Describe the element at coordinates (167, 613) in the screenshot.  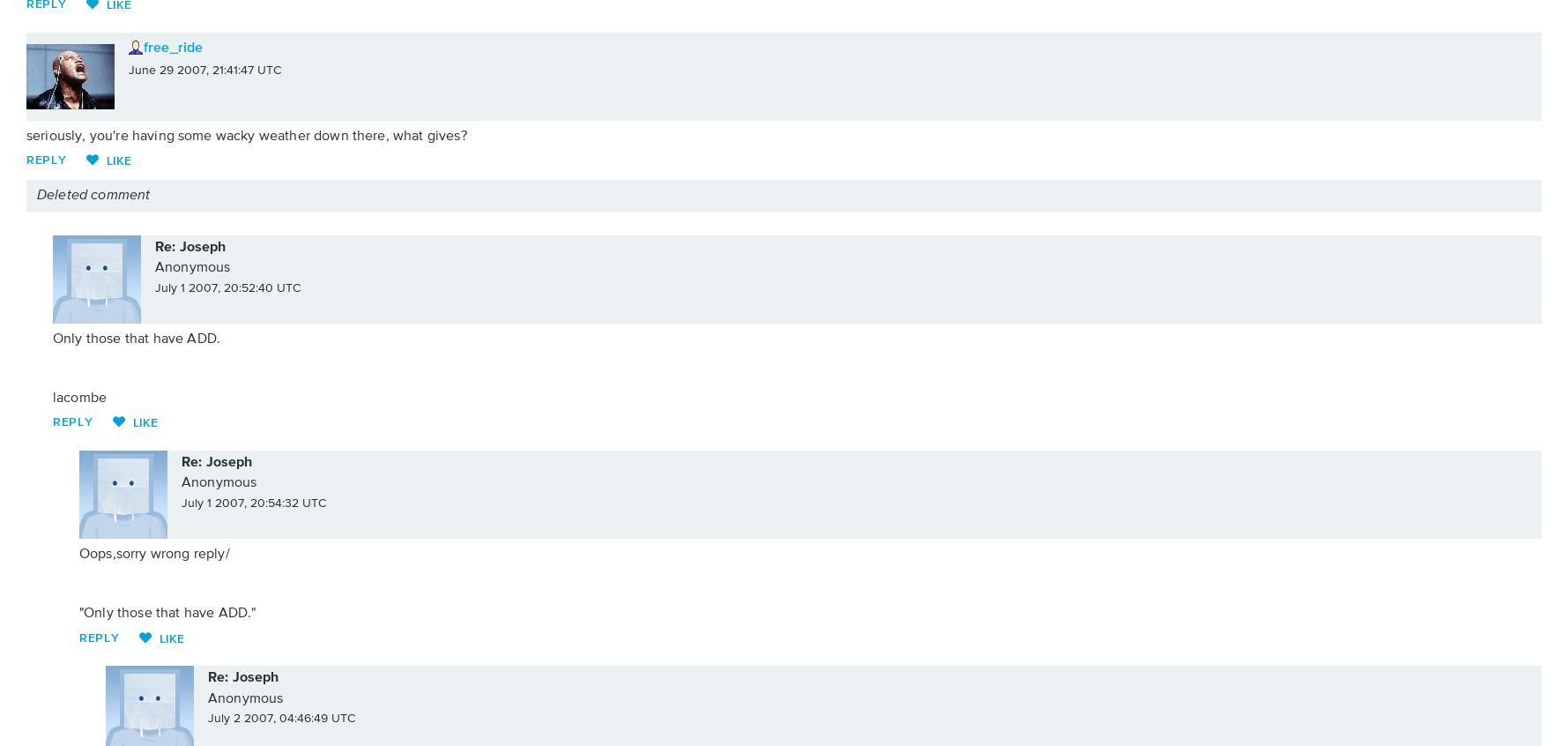
I see `'"Only those that have ADD."'` at that location.